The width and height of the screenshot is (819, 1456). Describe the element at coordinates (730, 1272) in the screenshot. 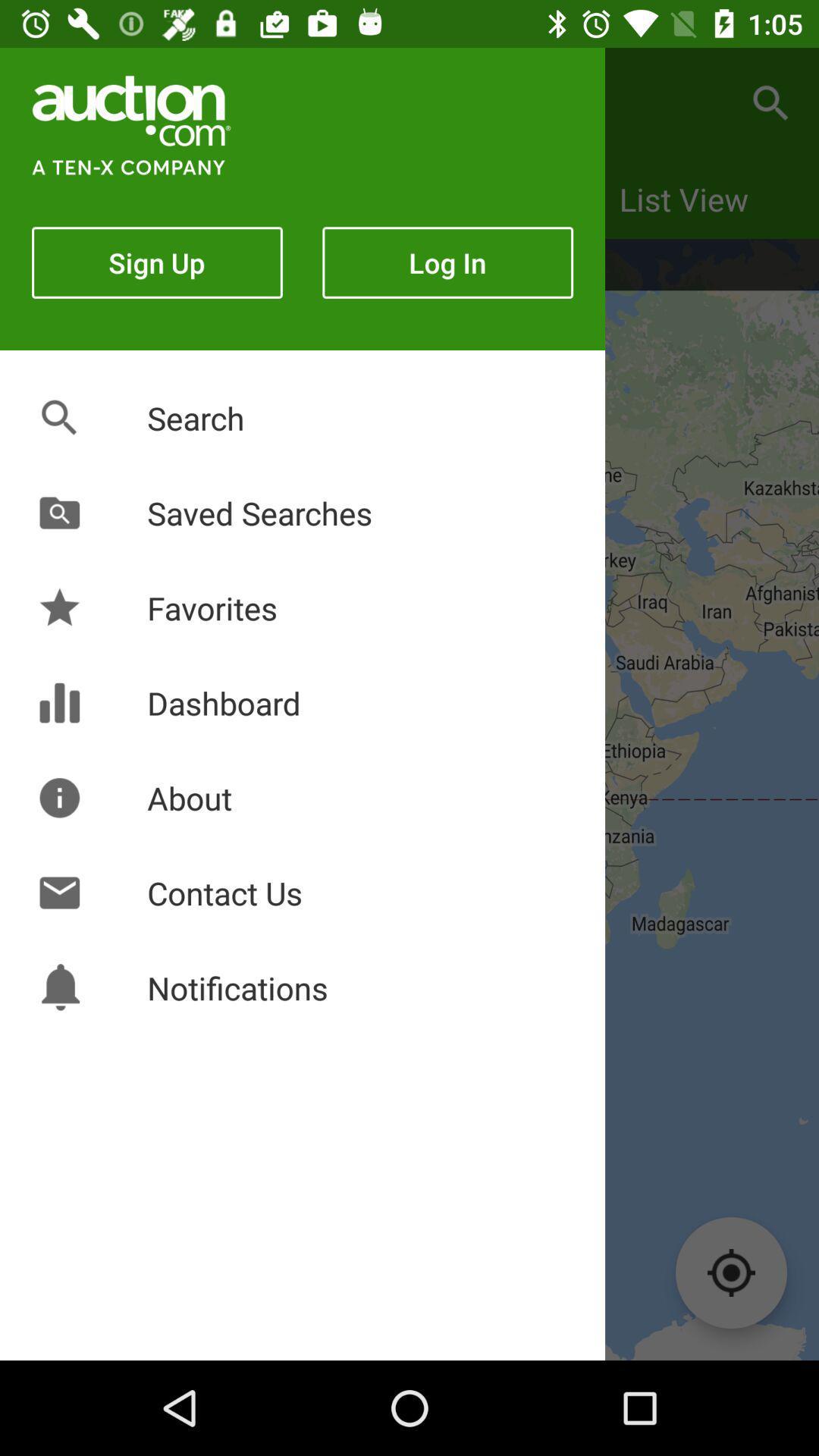

I see `the location_crosshair icon` at that location.